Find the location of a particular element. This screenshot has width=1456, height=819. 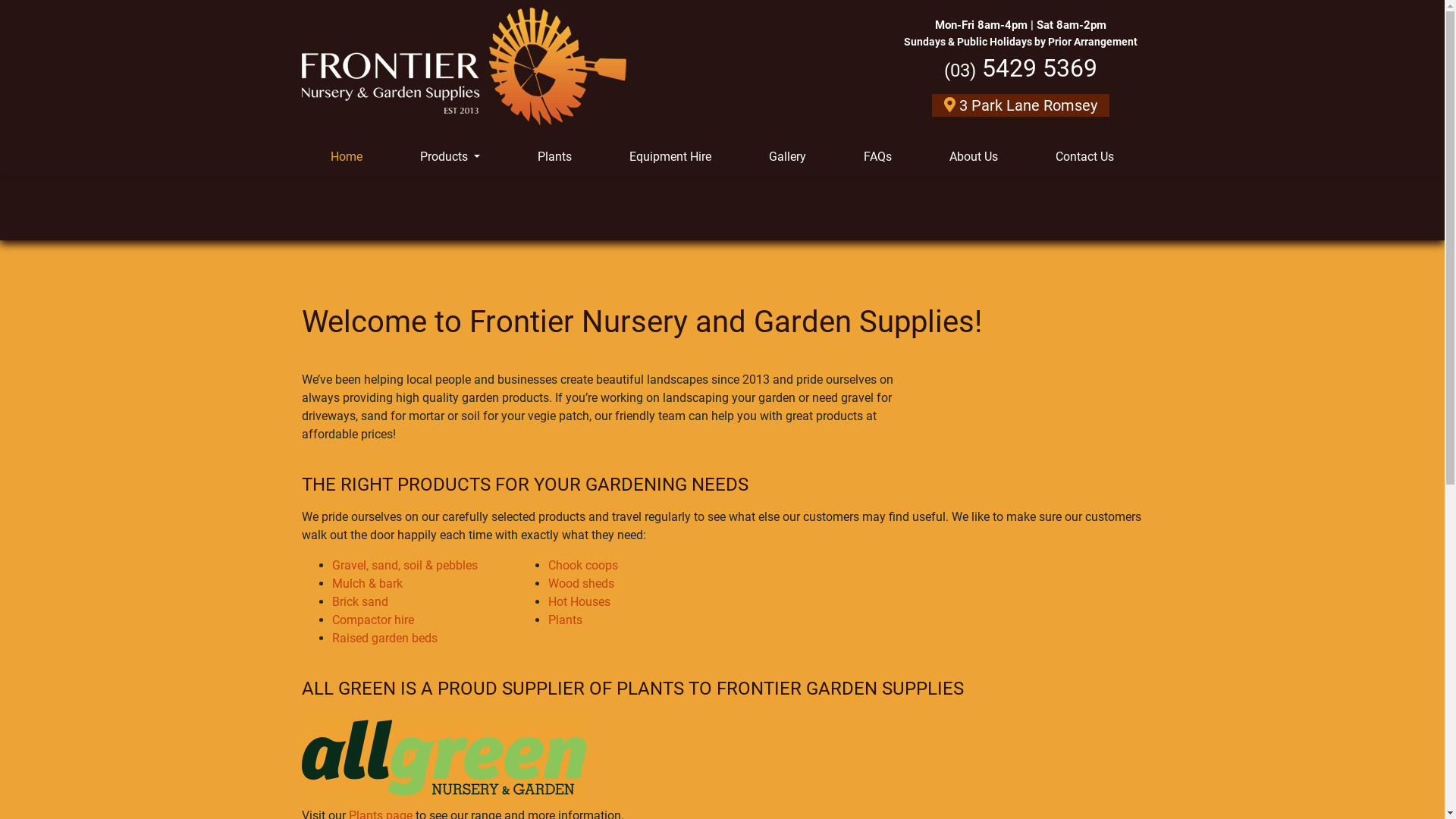

'Chook coops' is located at coordinates (546, 565).